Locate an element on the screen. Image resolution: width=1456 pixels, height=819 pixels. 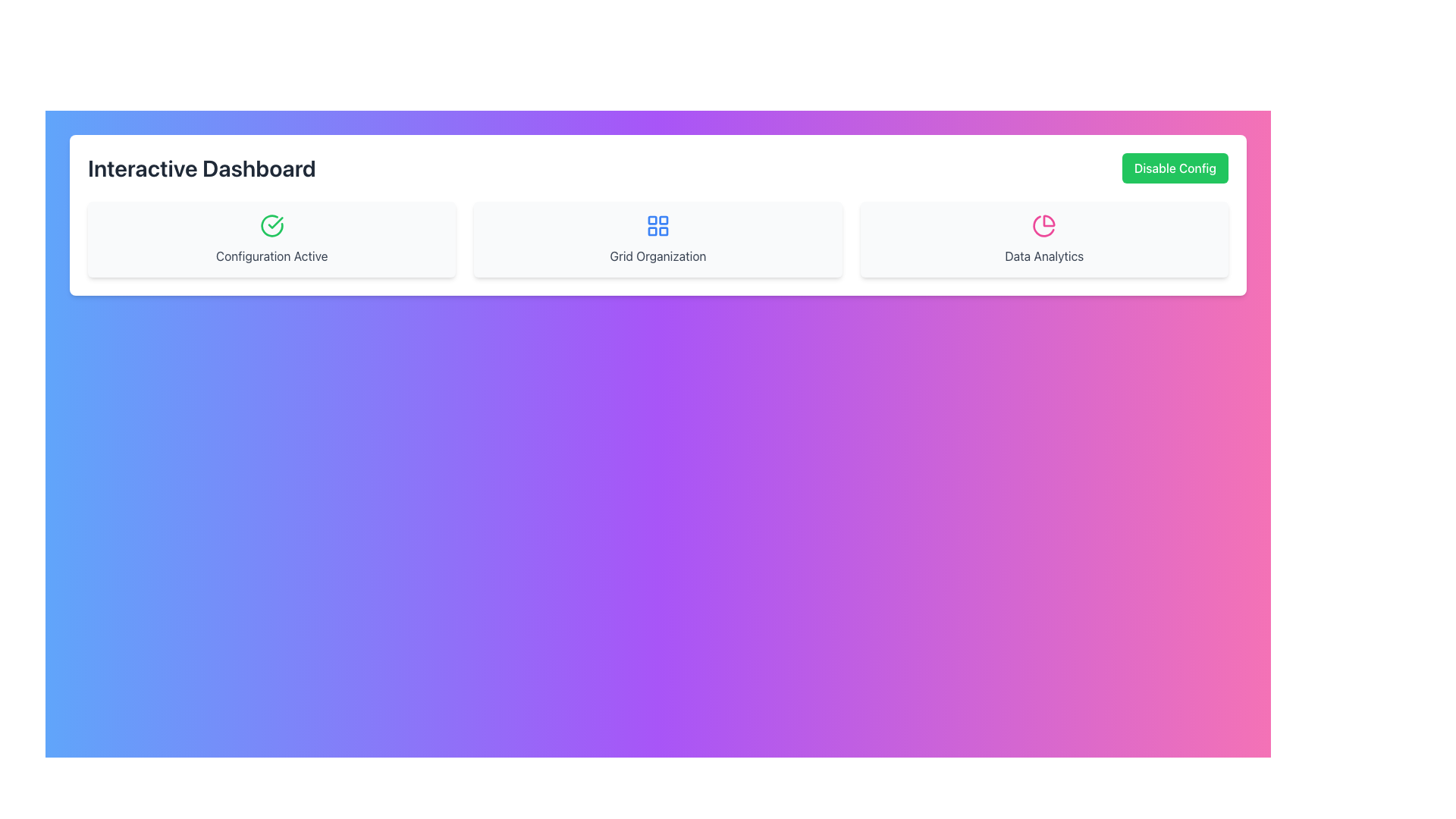
the first segment of the pie chart icon in the 'Data Analytics' card, which represents a slice in a pie chart for data analysis is located at coordinates (1048, 221).